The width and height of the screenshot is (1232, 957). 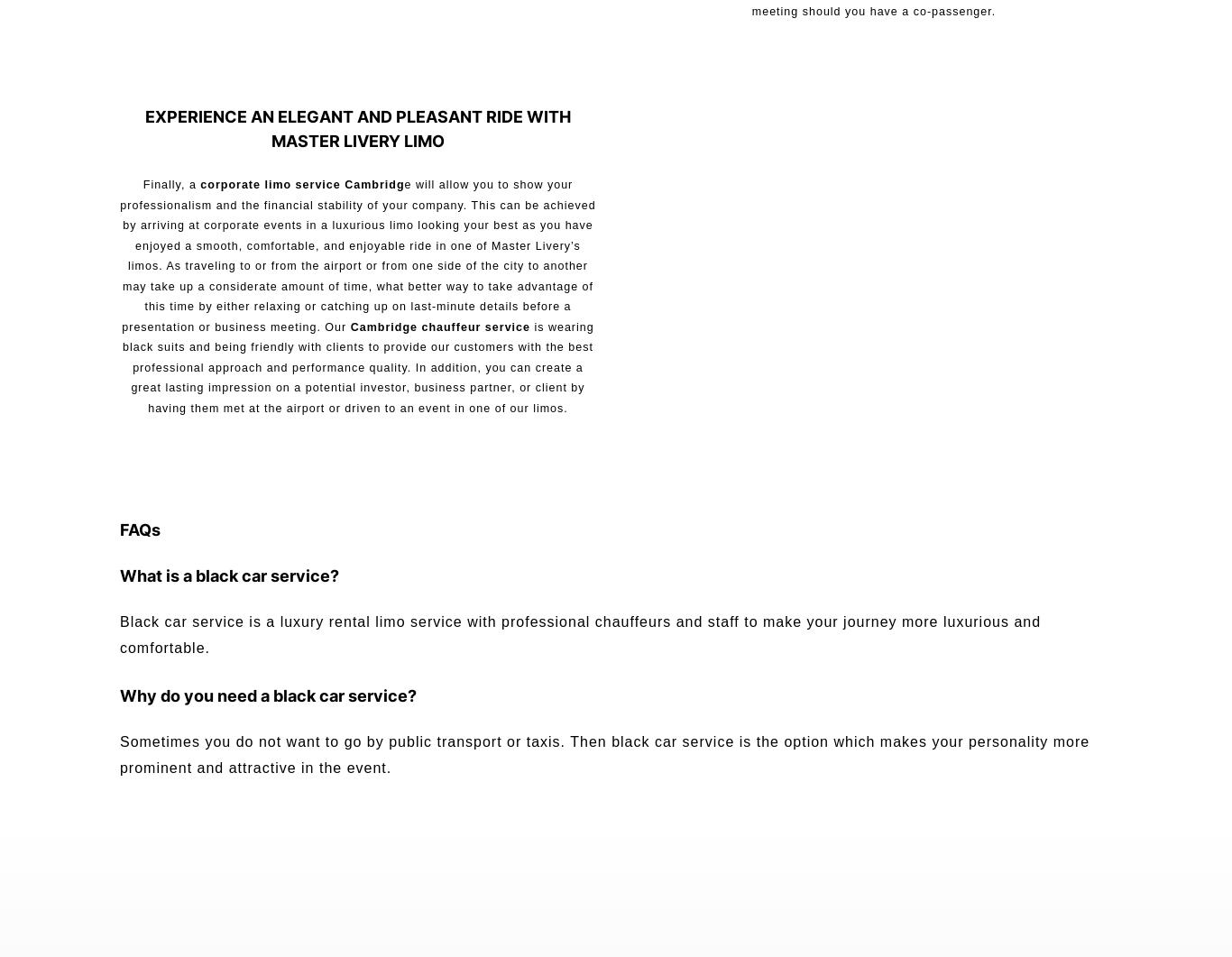 I want to click on 'is wearing black suits and being friendly with clients to provide our customers with the best professional approach and performance quality. In addition, you can create a great lasting impression on a potential investor, business partner, or client by having them met at the airport or driven to an event in one of our limos.', so click(x=356, y=366).